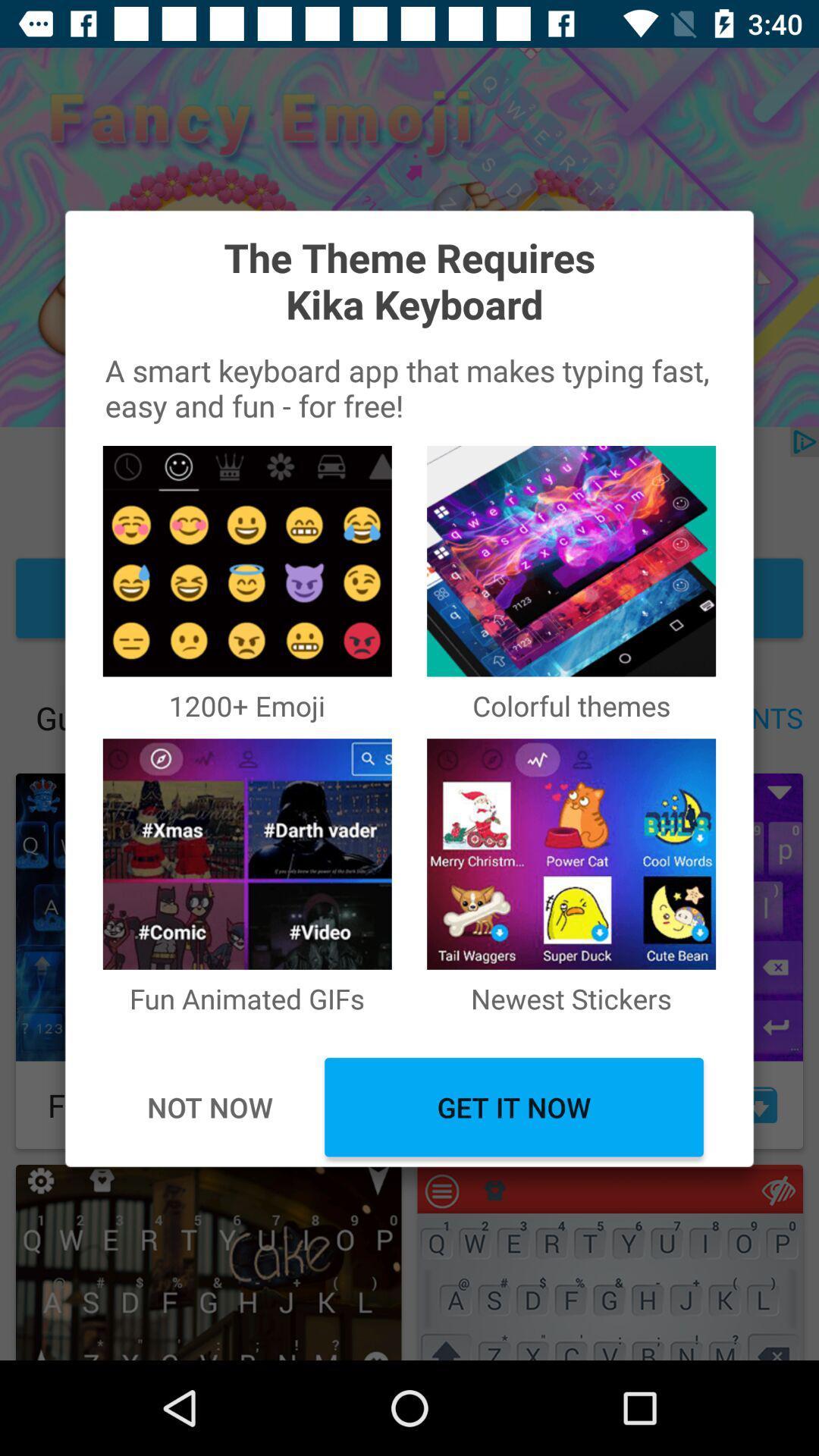 This screenshot has width=819, height=1456. I want to click on the icon to the left of the get it now item, so click(209, 1107).